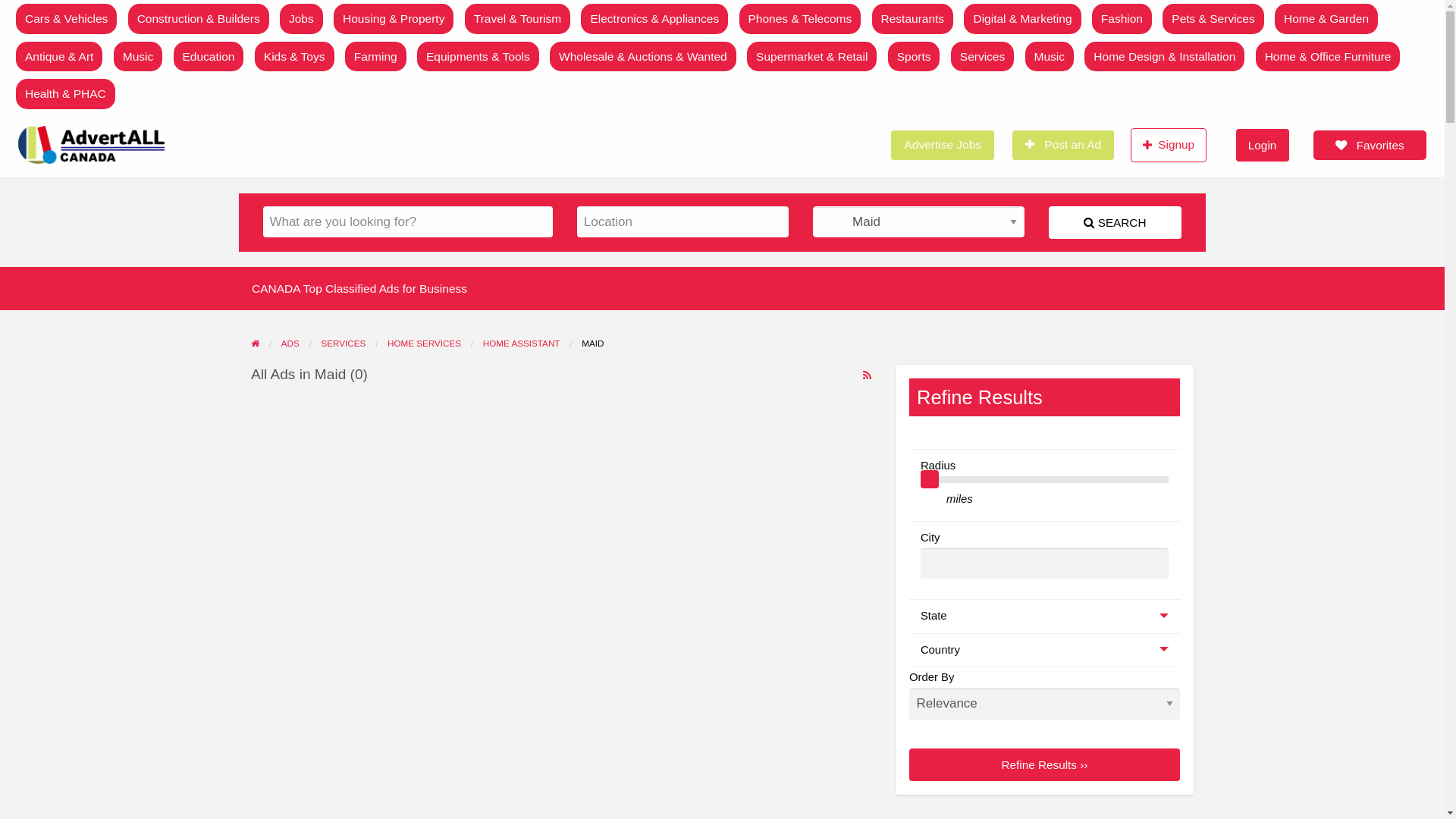  What do you see at coordinates (255, 55) in the screenshot?
I see `'Kids & Toys'` at bounding box center [255, 55].